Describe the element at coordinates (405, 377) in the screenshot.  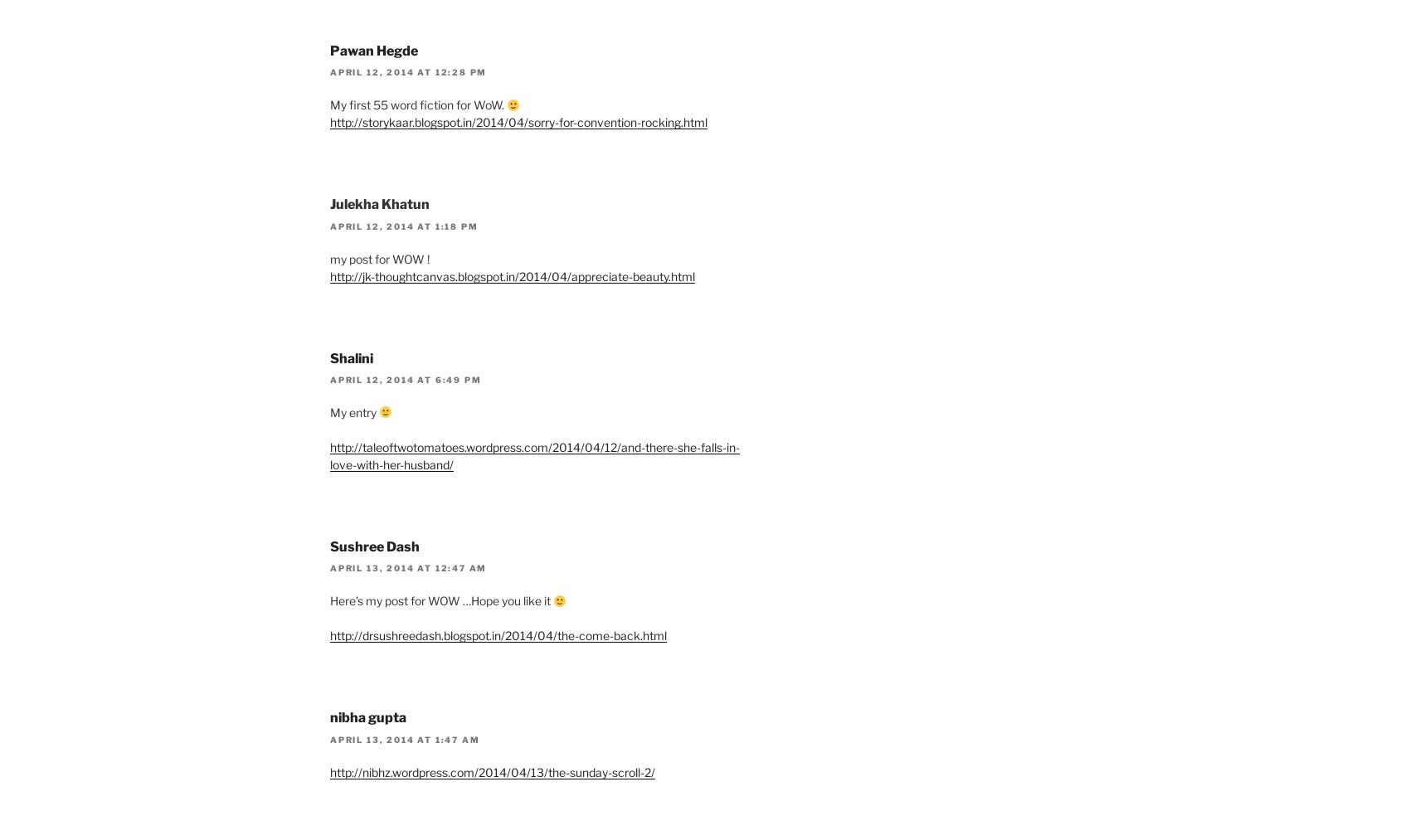
I see `'April 12, 2014 at 6:49 pm'` at that location.